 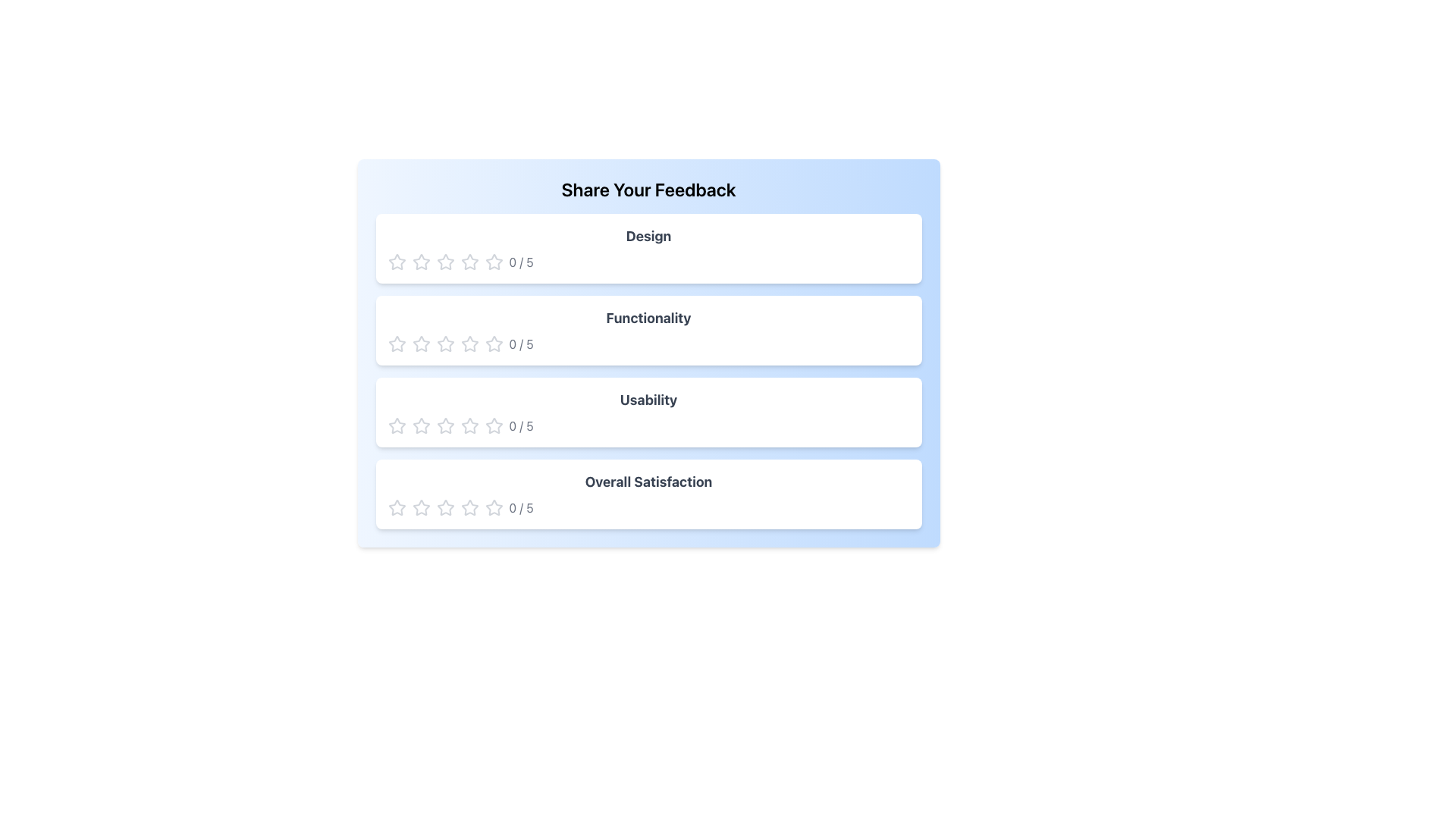 I want to click on the fourth star in the rating system for the 'Usability' category, so click(x=469, y=426).